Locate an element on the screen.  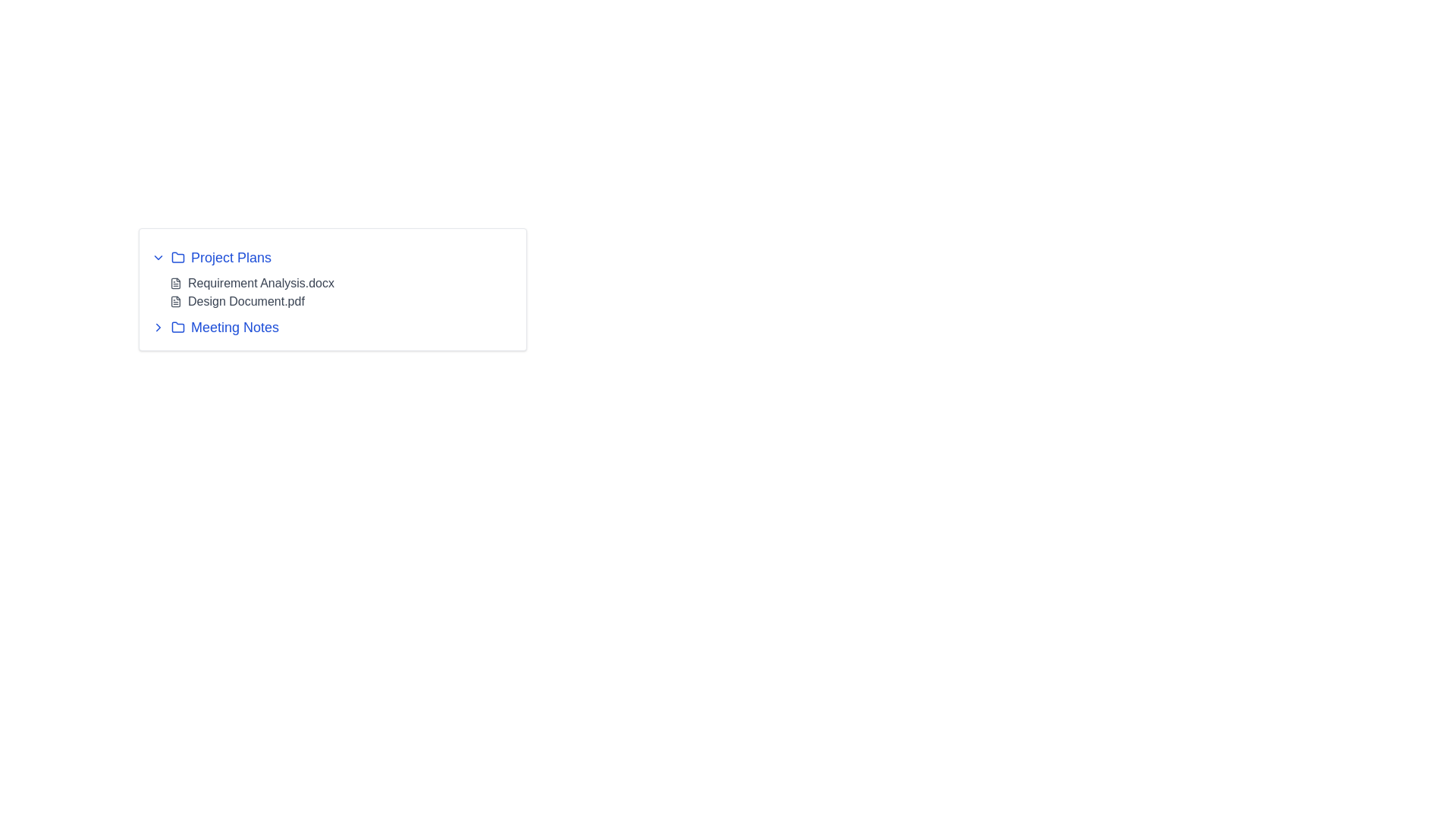
the last item in the vertically arranged list, which is used for navigating to 'Meeting Notes' is located at coordinates (331, 327).